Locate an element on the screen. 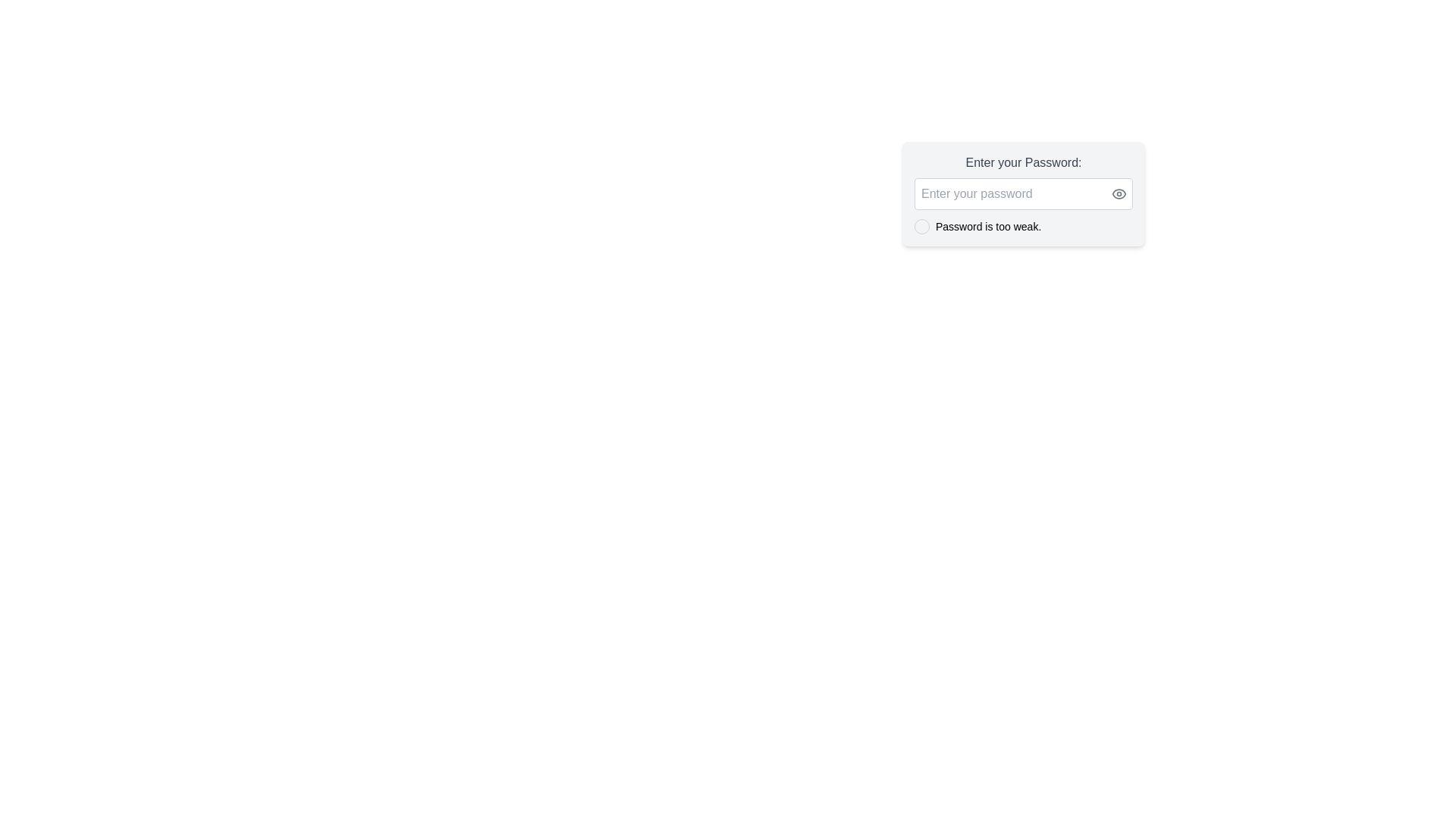 The width and height of the screenshot is (1456, 819). the toggle visibility button located on the right side of the password input field to switch between masked and plain text display is located at coordinates (1119, 193).